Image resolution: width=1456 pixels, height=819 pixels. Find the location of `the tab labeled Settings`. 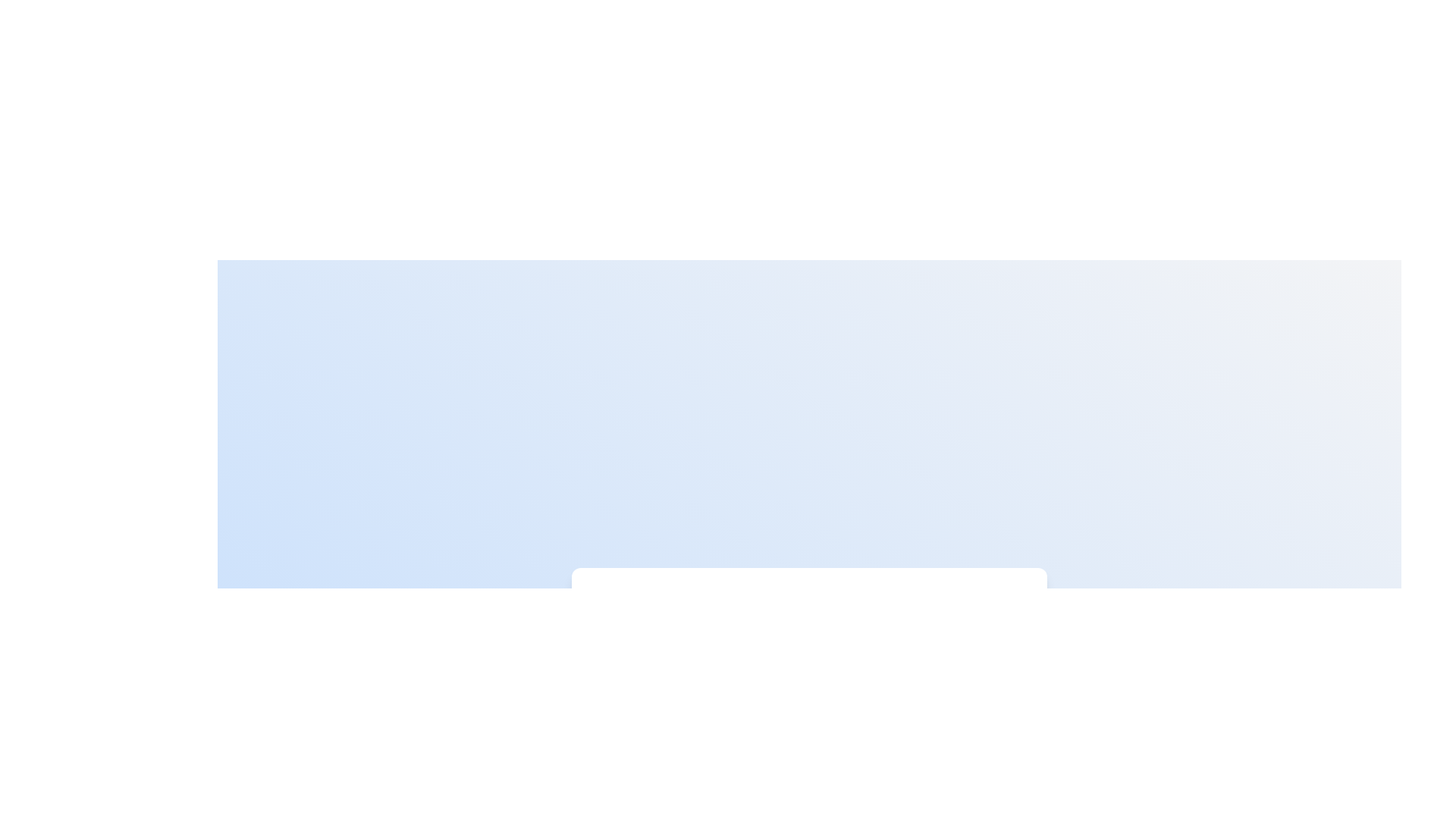

the tab labeled Settings is located at coordinates (971, 612).